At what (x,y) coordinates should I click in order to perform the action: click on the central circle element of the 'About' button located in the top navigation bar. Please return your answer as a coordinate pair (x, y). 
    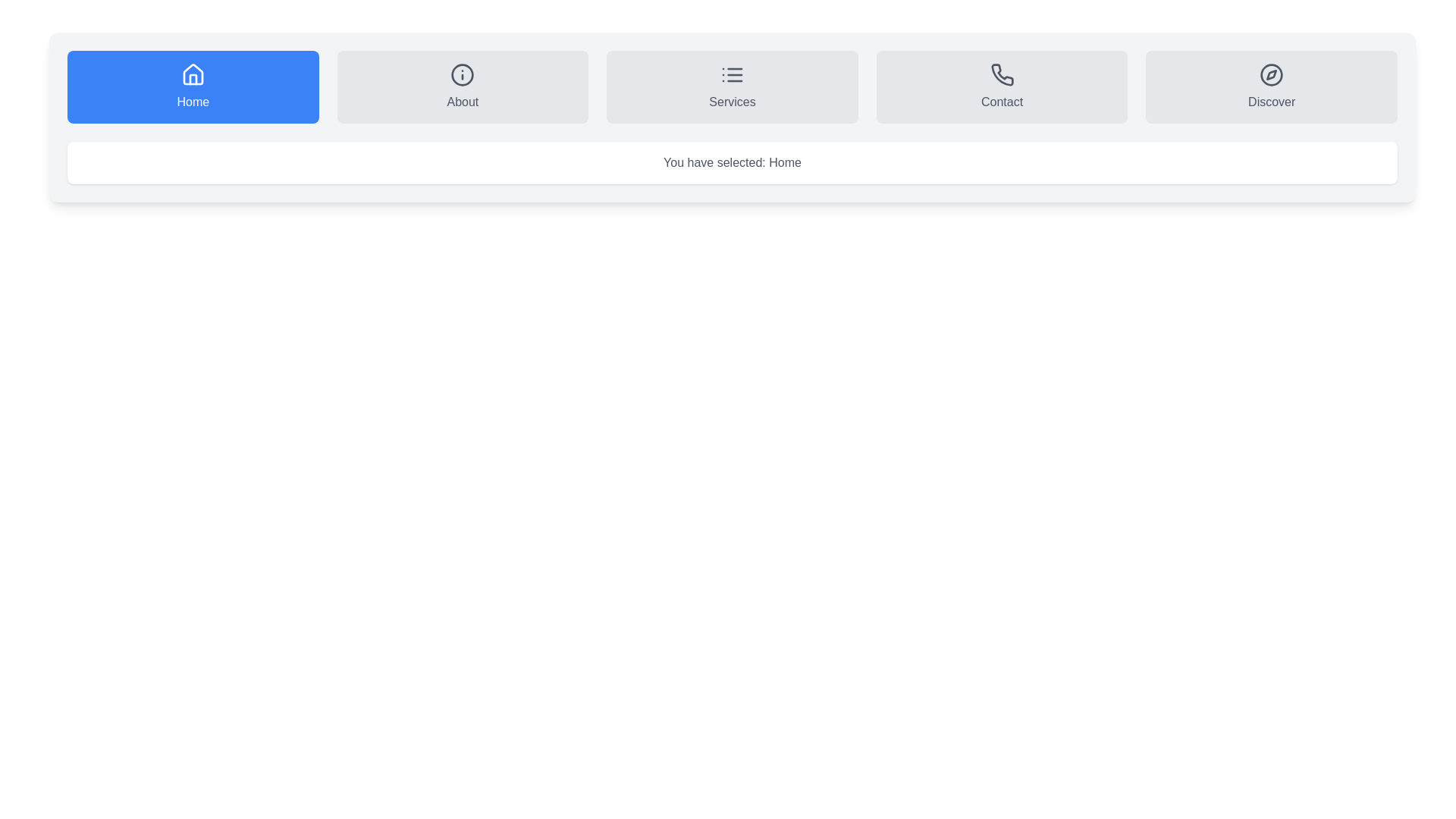
    Looking at the image, I should click on (462, 75).